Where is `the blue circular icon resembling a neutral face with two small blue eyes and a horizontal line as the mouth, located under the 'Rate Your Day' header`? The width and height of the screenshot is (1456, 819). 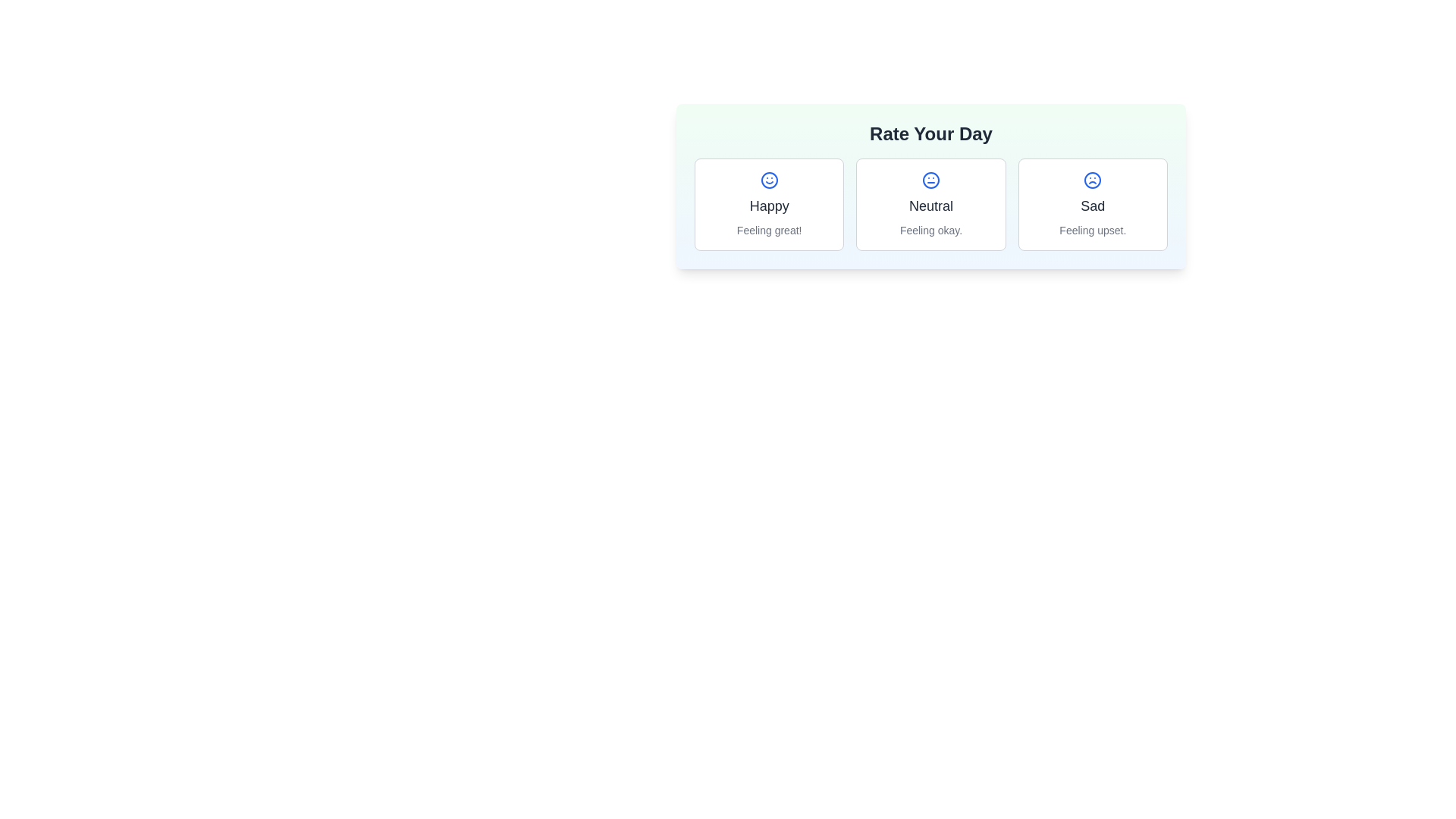 the blue circular icon resembling a neutral face with two small blue eyes and a horizontal line as the mouth, located under the 'Rate Your Day' header is located at coordinates (930, 180).